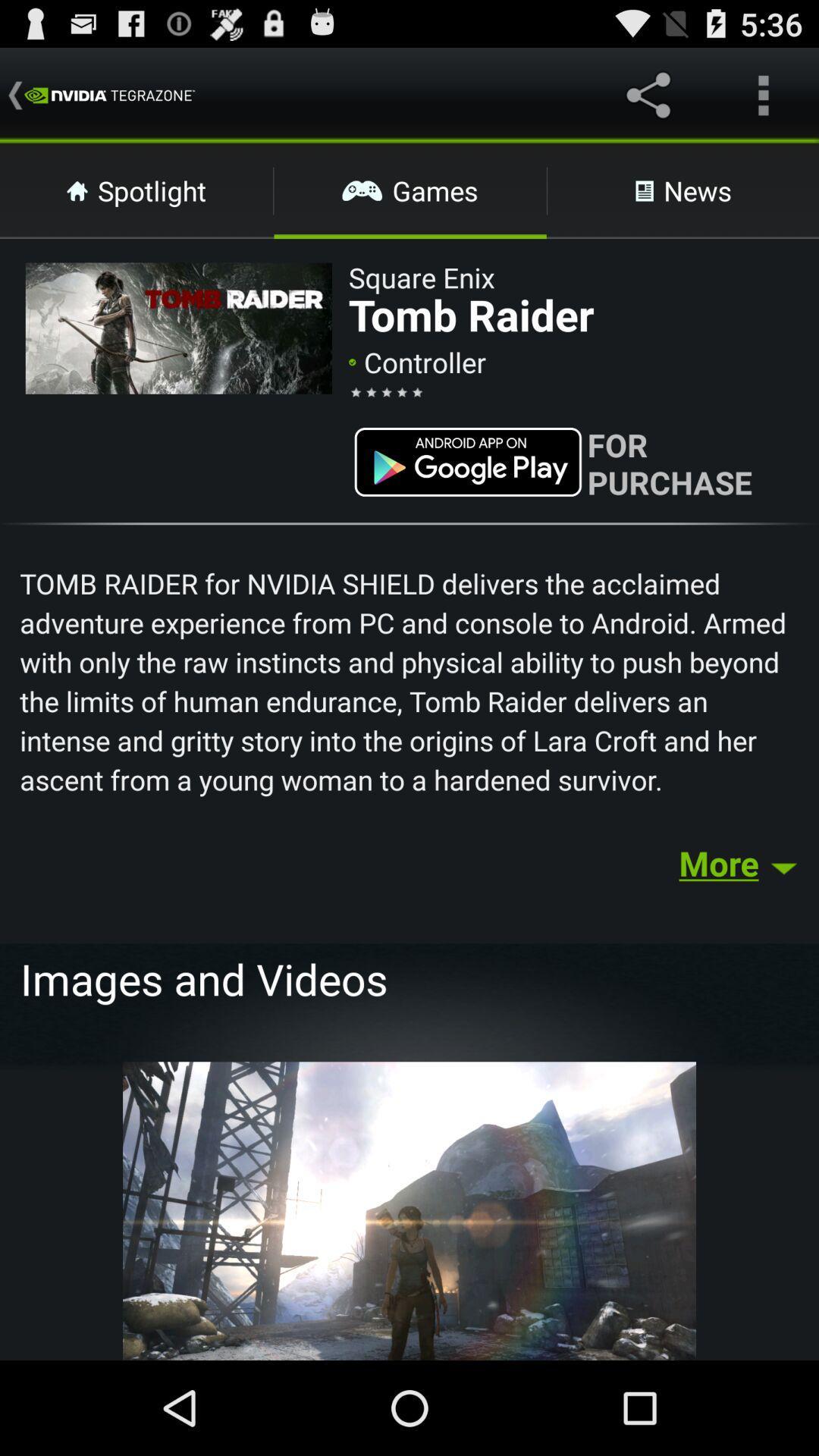  I want to click on the share icon, so click(651, 94).